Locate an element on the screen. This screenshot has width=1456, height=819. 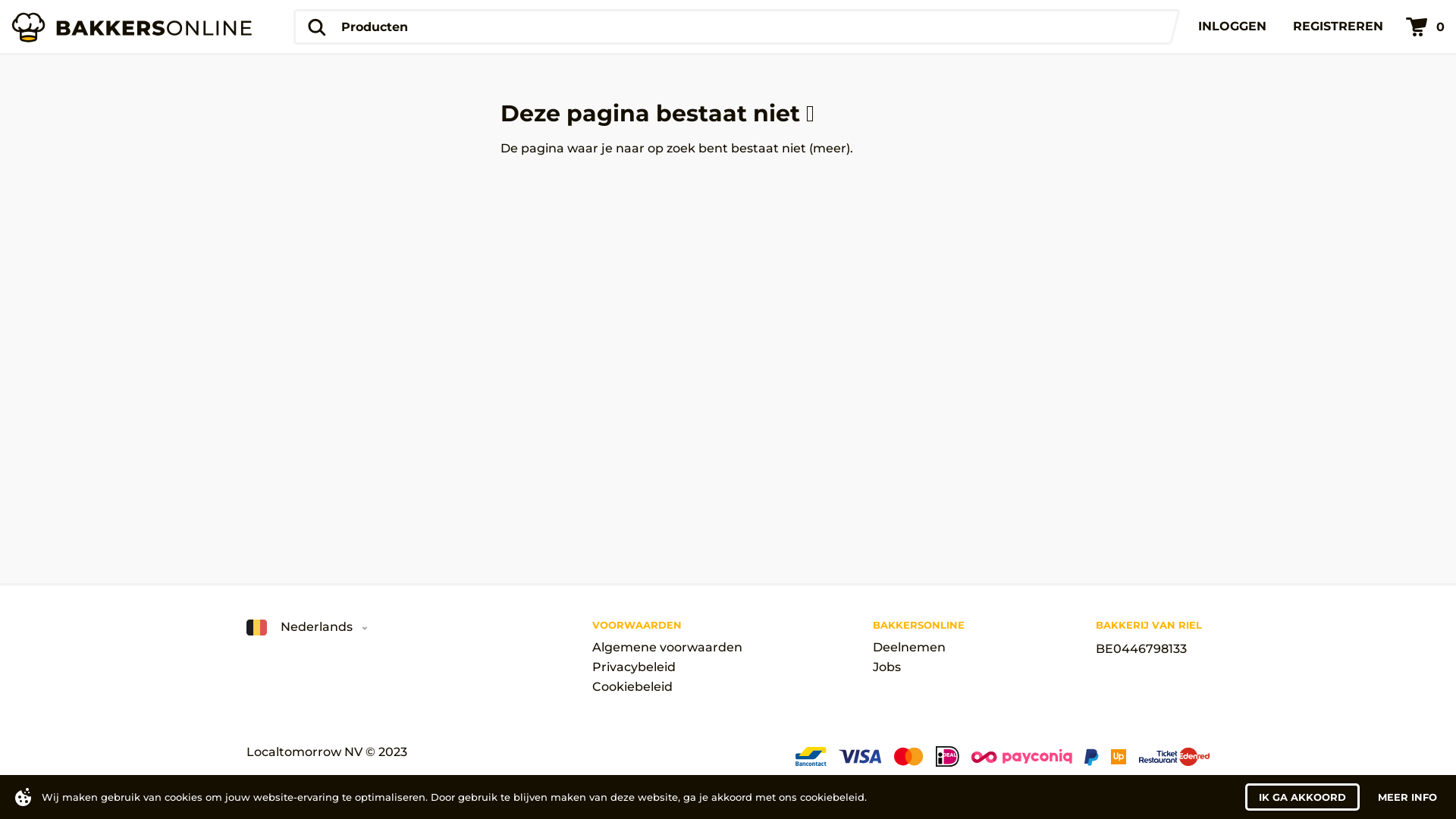
'INLOGGEN' is located at coordinates (1232, 26).